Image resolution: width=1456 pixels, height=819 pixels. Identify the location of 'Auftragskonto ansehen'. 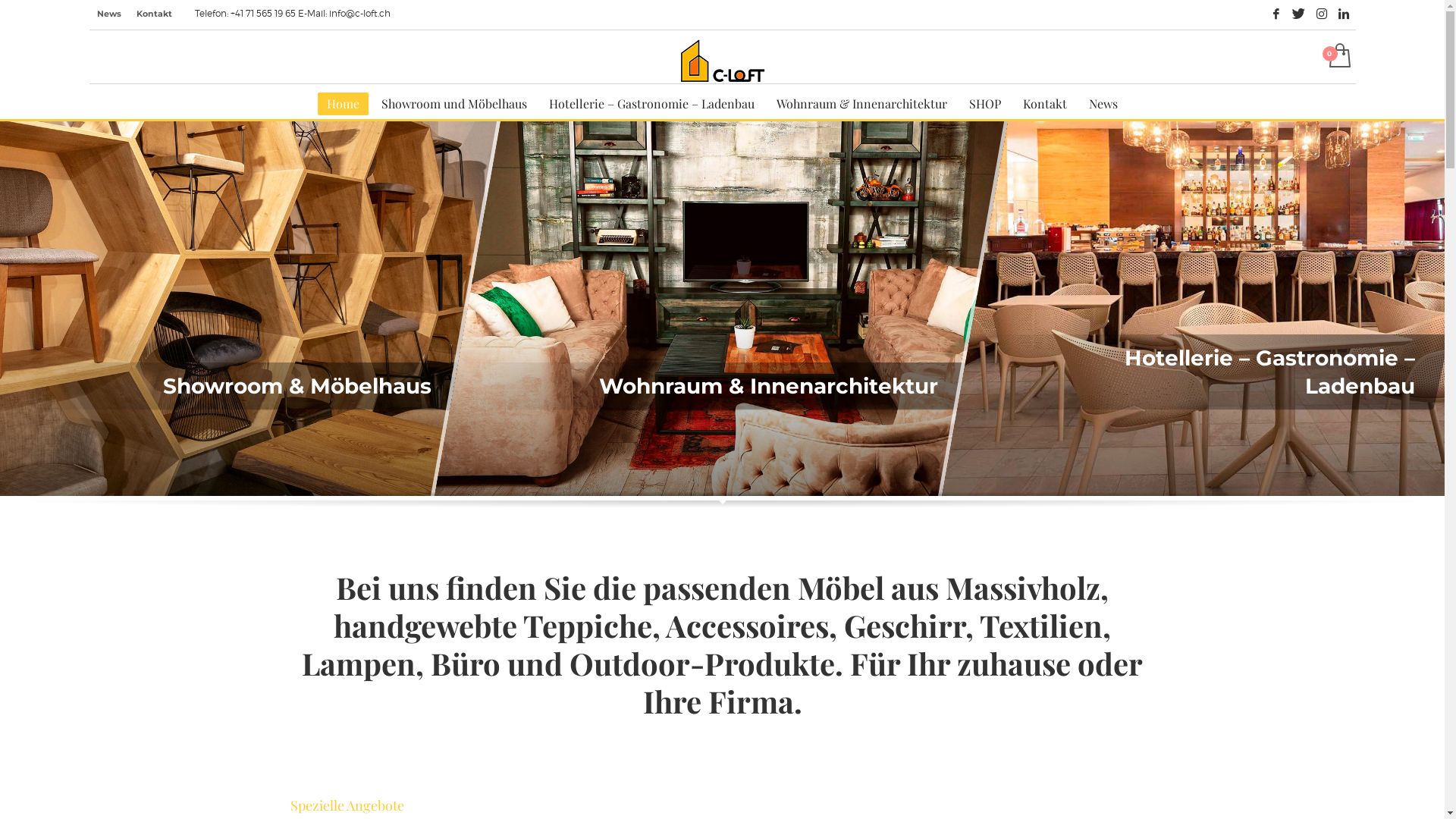
(1338, 55).